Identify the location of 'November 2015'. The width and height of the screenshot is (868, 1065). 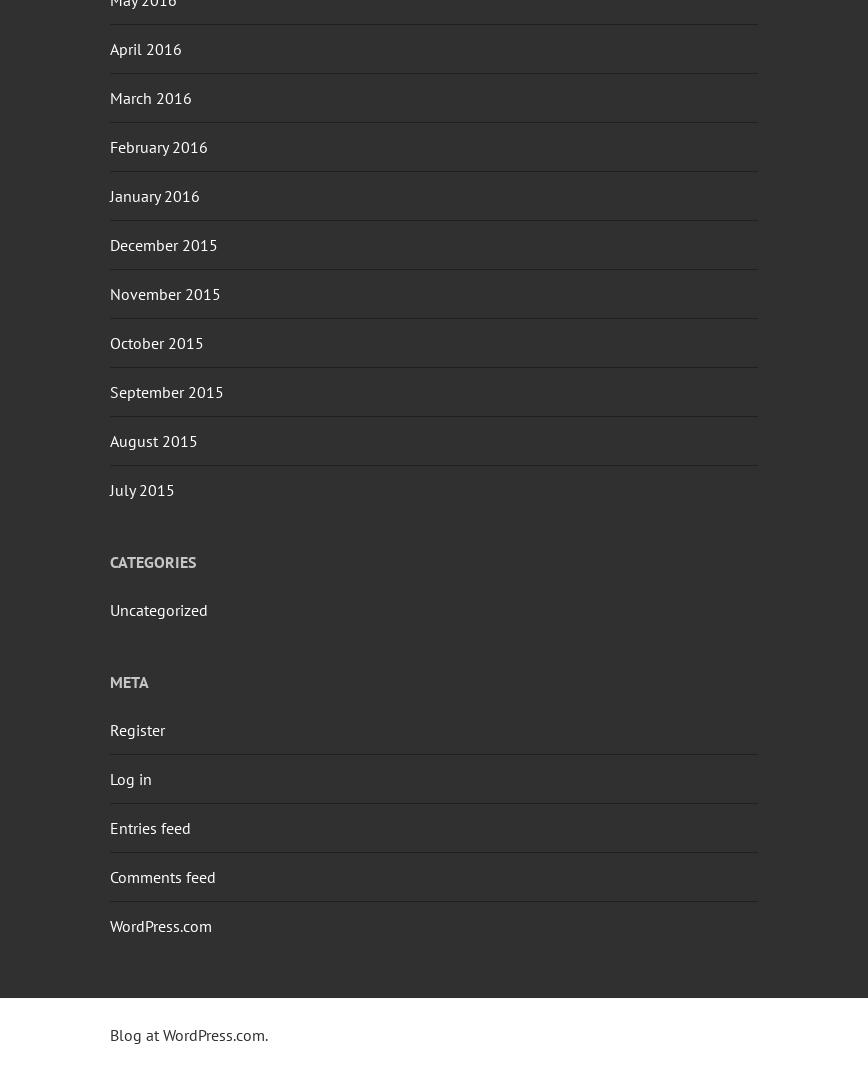
(109, 291).